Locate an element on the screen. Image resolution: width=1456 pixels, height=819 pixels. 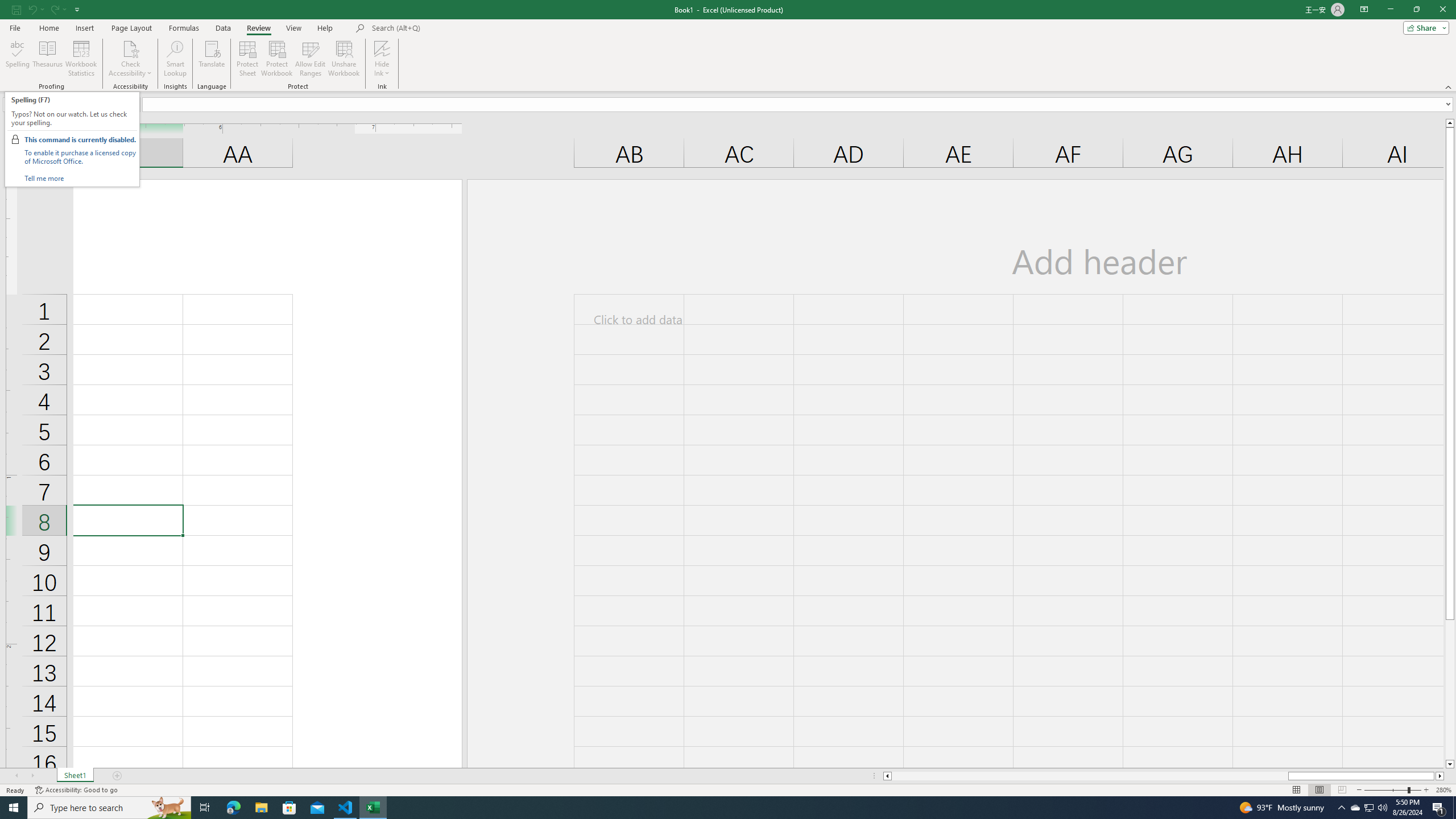
'Allow Edit Ranges' is located at coordinates (311, 59).